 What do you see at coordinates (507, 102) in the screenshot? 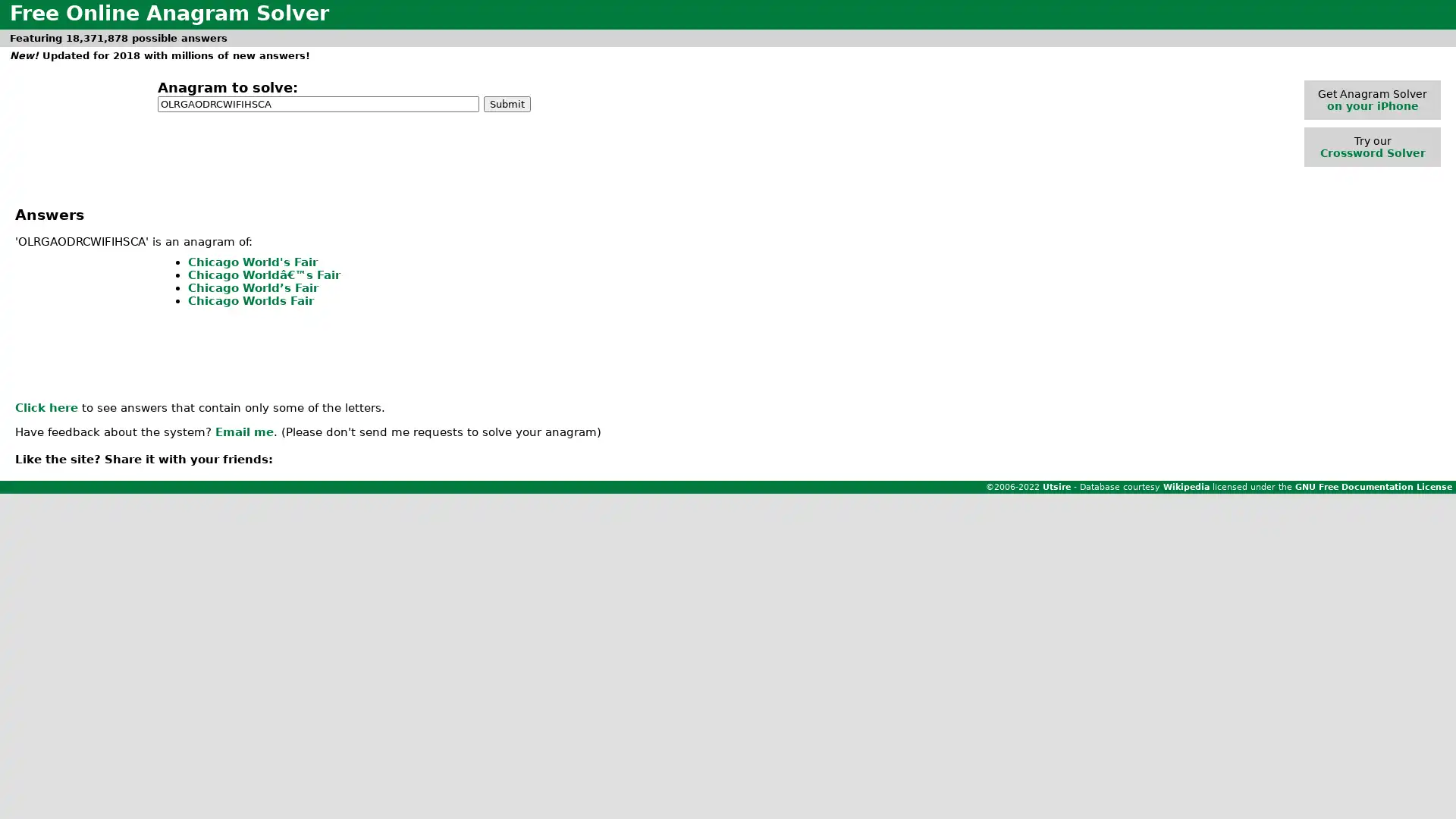
I see `Submit` at bounding box center [507, 102].